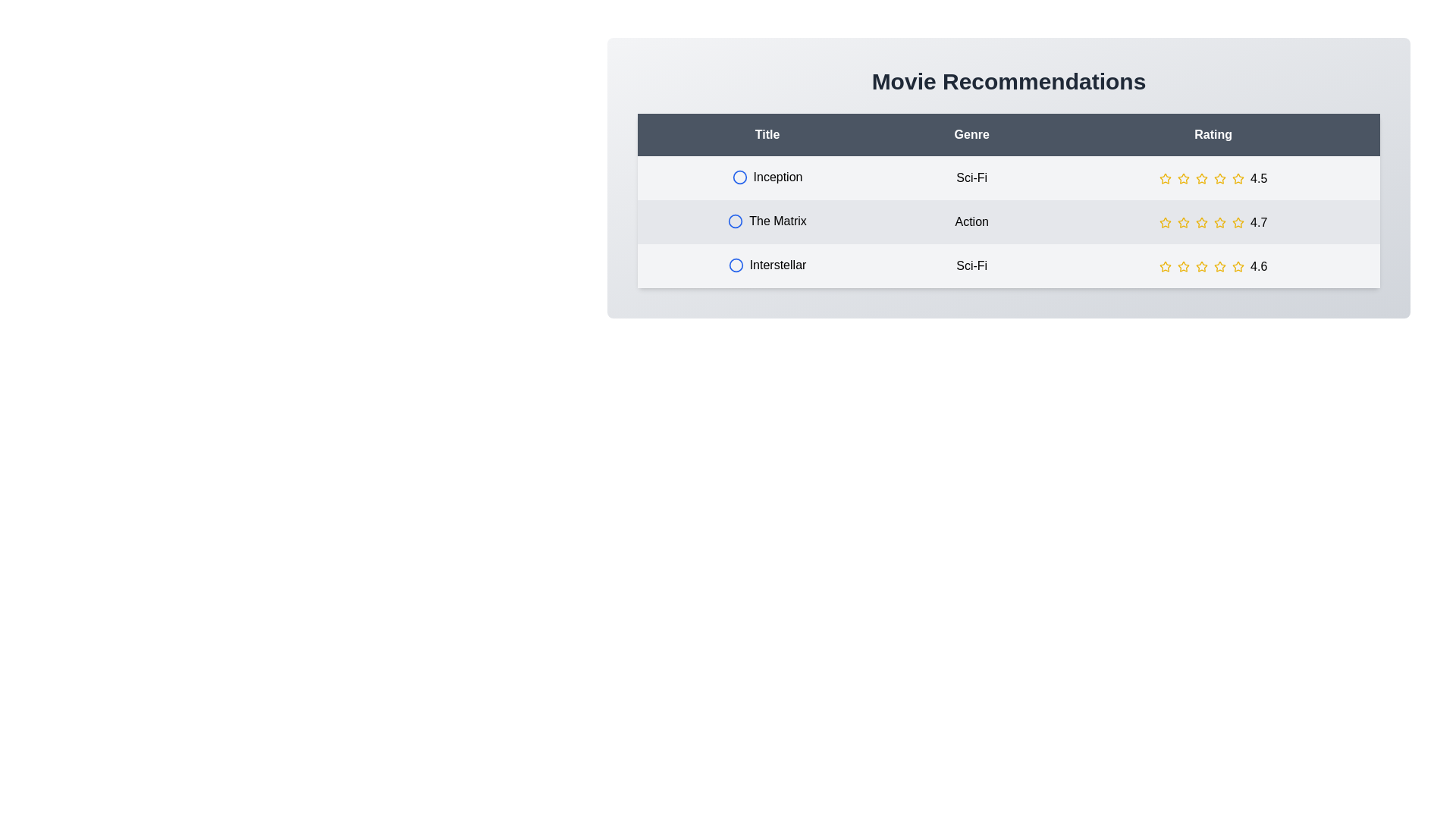 The image size is (1456, 819). Describe the element at coordinates (1200, 177) in the screenshot. I see `the star rating for a movie to 3 stars` at that location.